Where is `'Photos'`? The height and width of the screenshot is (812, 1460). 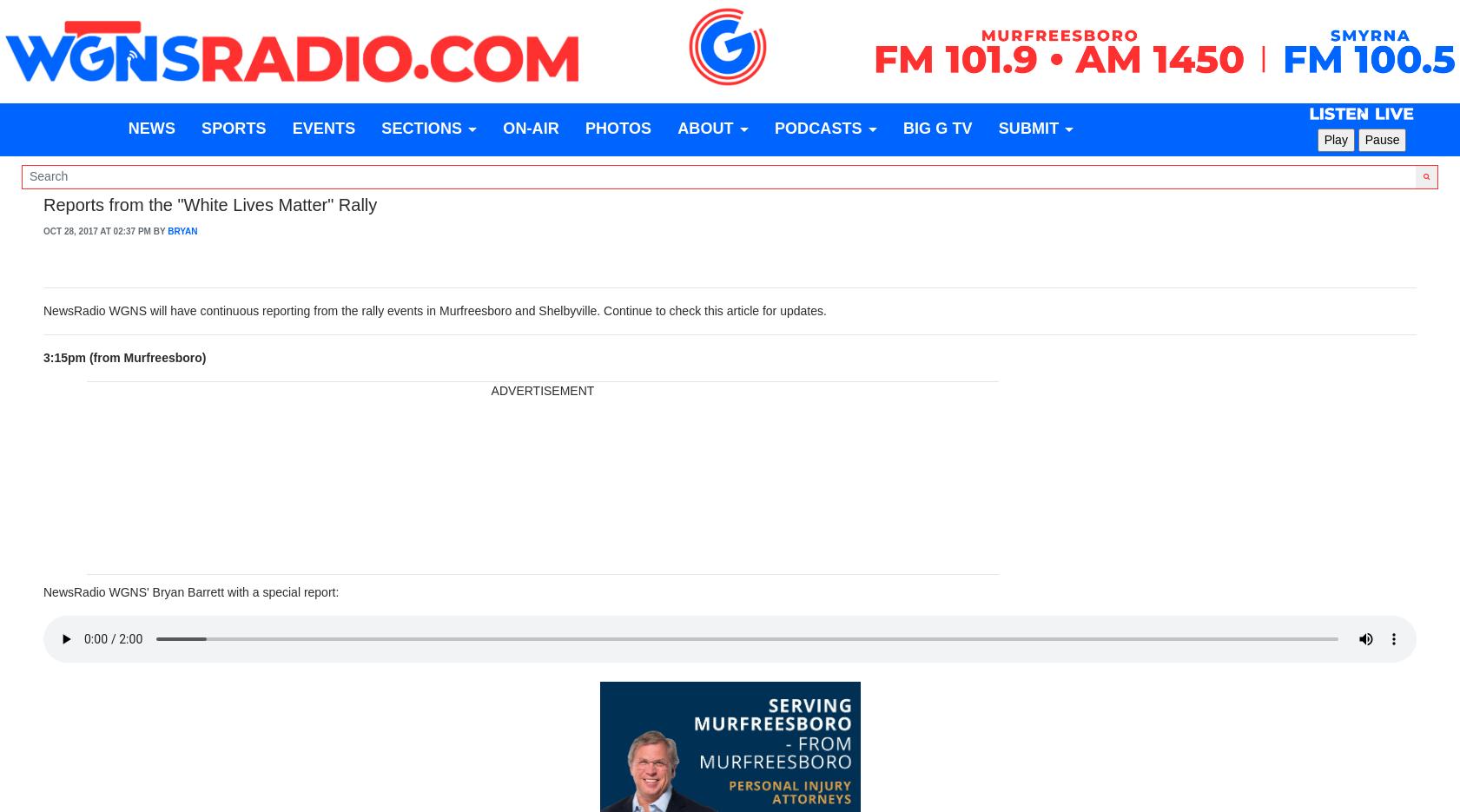 'Photos' is located at coordinates (617, 129).